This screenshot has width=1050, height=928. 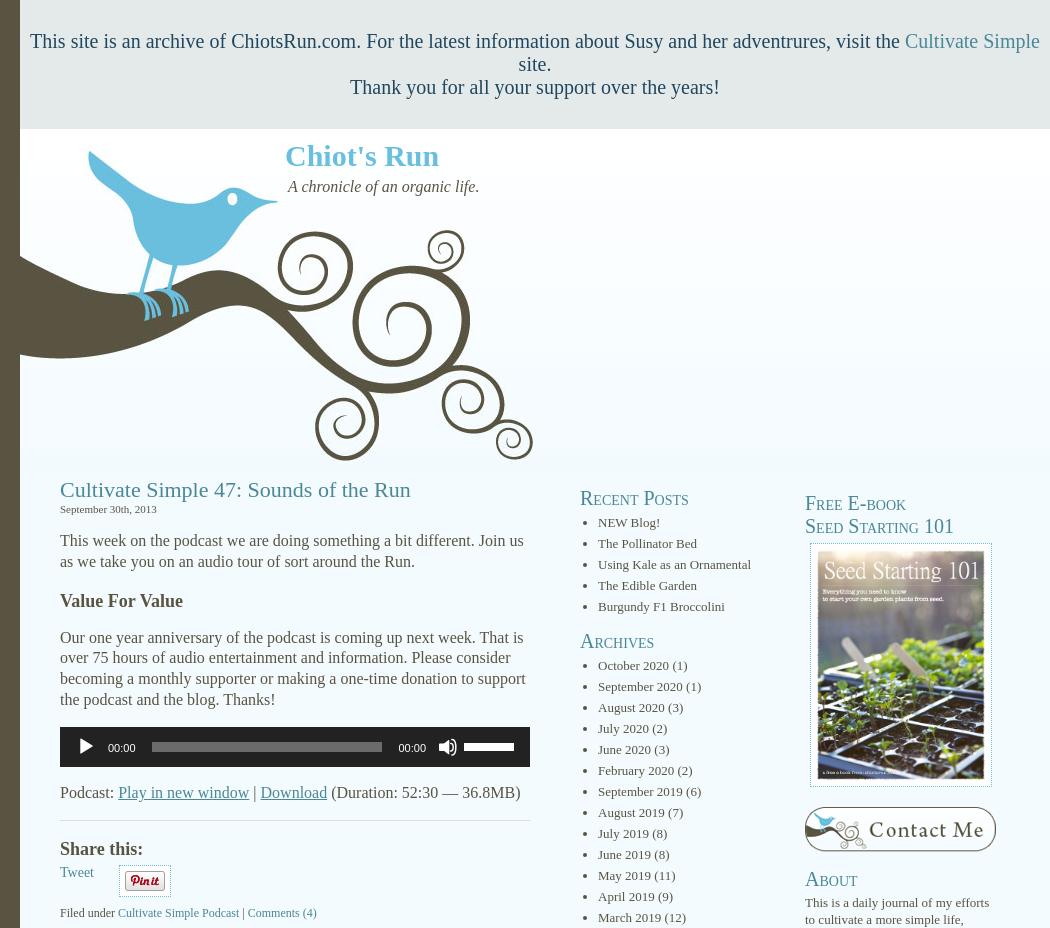 I want to click on 'March 2019', so click(x=596, y=917).